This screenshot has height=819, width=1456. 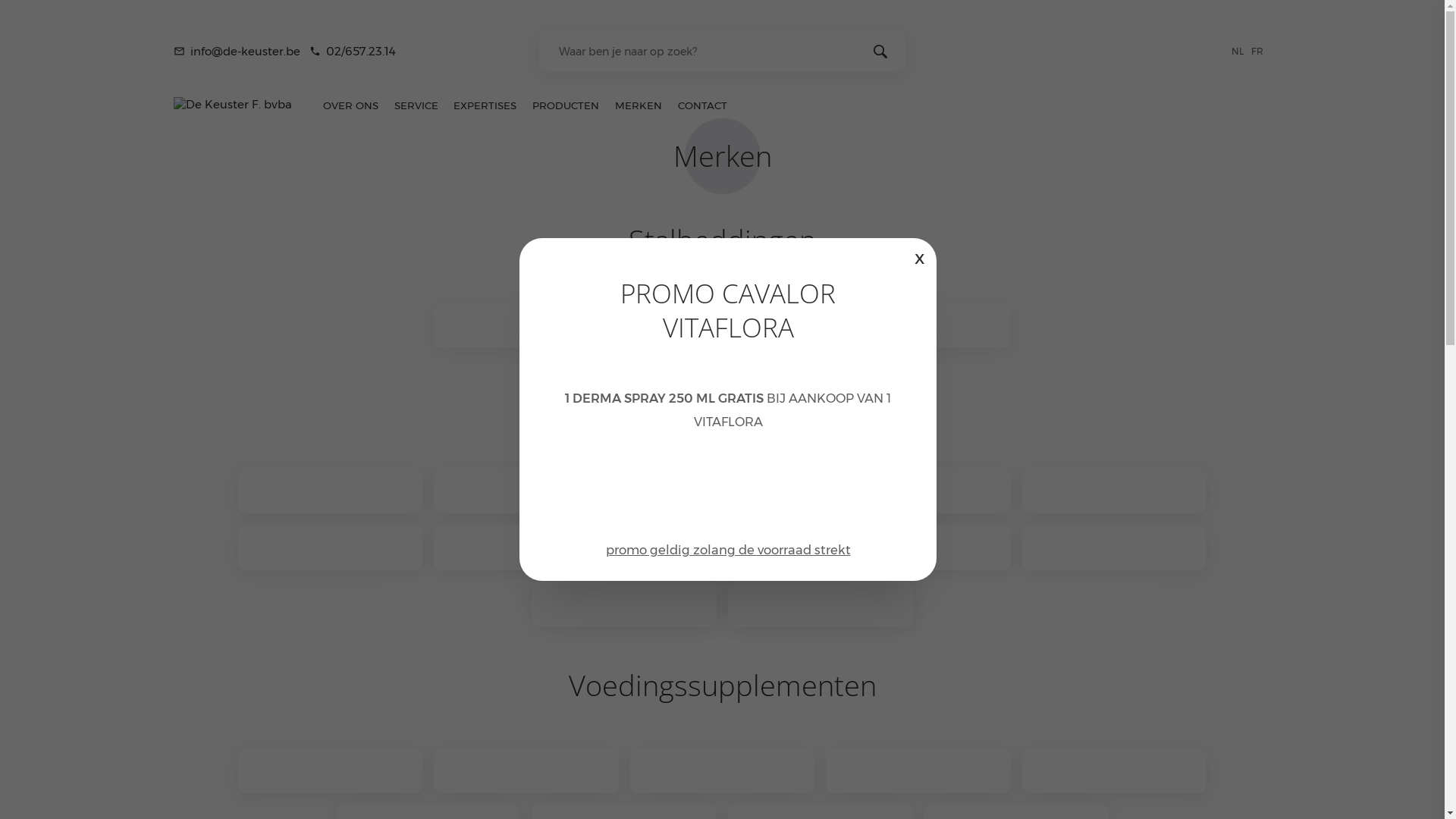 I want to click on 'MERKEN', so click(x=639, y=104).